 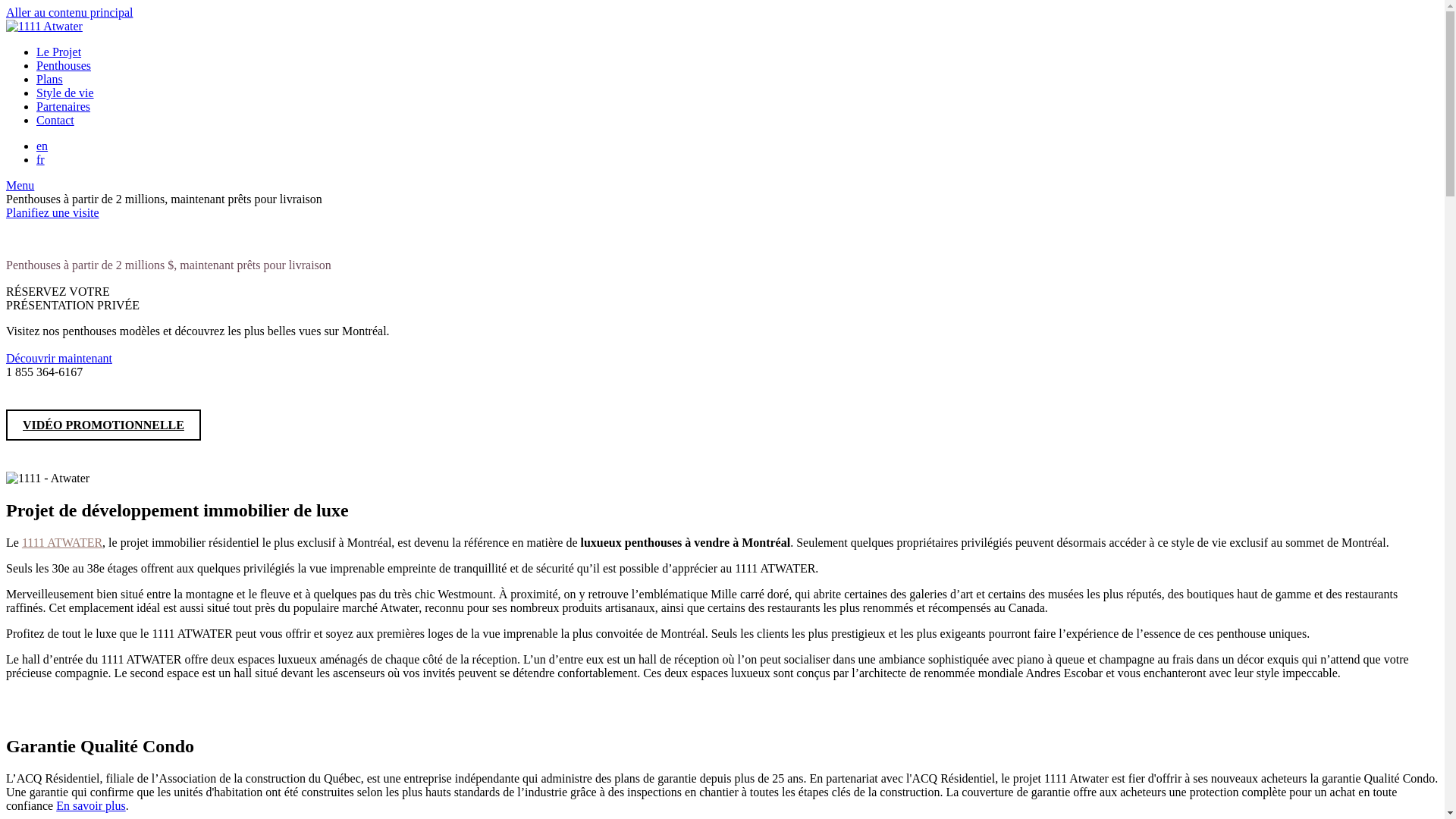 What do you see at coordinates (55, 119) in the screenshot?
I see `'Contact'` at bounding box center [55, 119].